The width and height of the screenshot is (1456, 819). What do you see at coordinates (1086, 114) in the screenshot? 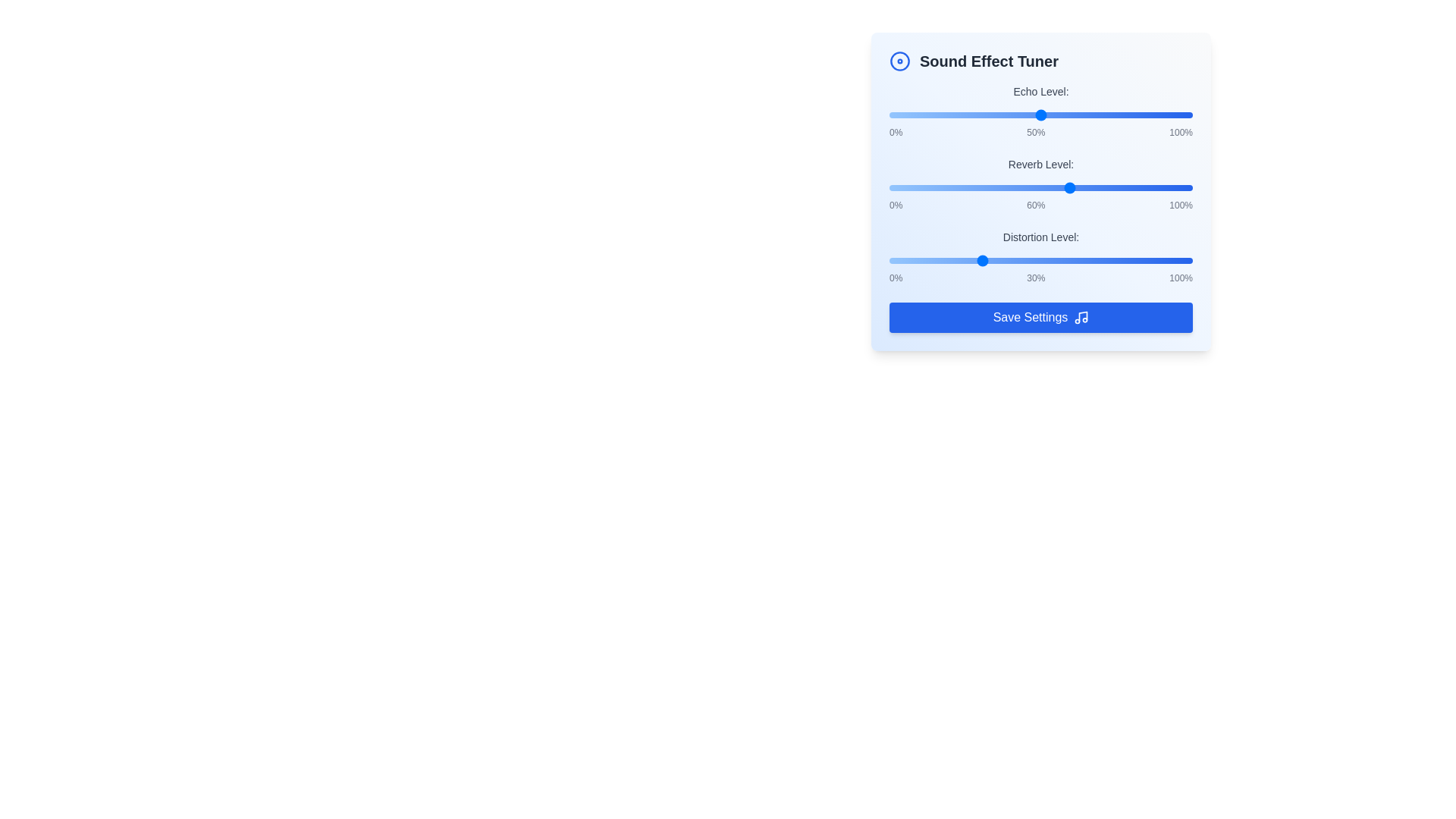
I see `the 'Echo Level' slider to 65%` at bounding box center [1086, 114].